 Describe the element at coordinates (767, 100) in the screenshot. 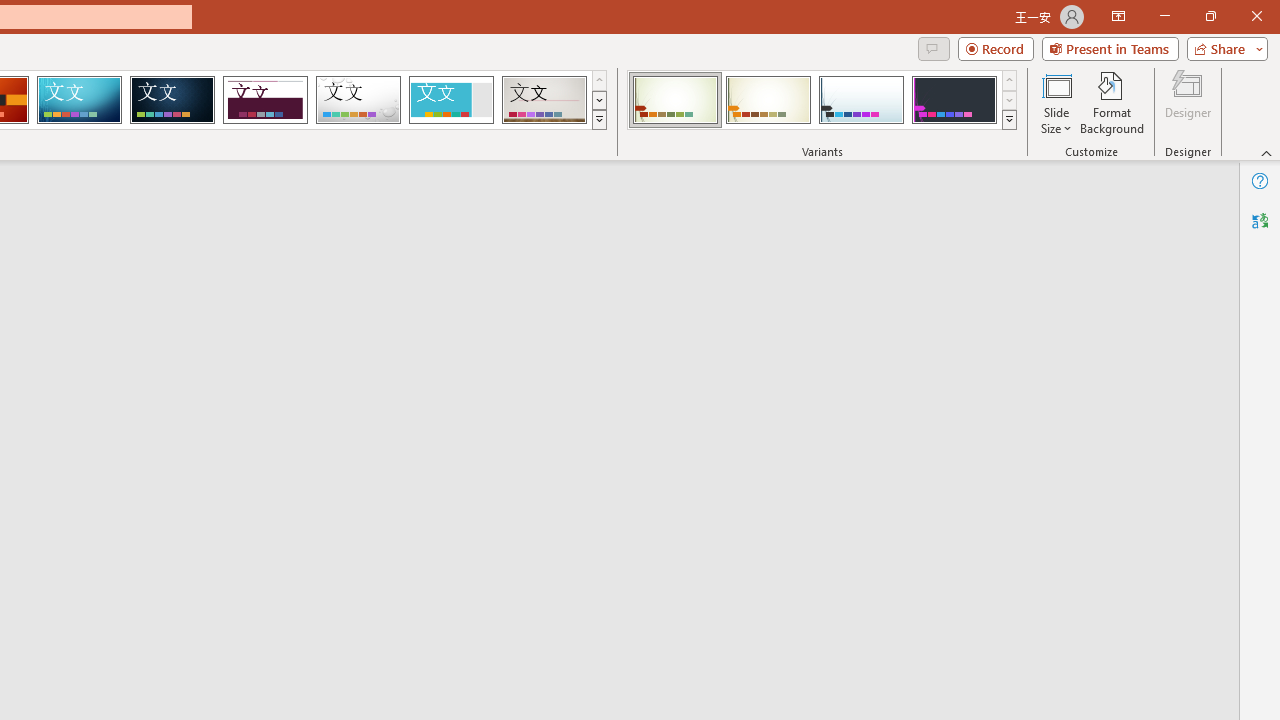

I see `'Wisp Variant 2'` at that location.